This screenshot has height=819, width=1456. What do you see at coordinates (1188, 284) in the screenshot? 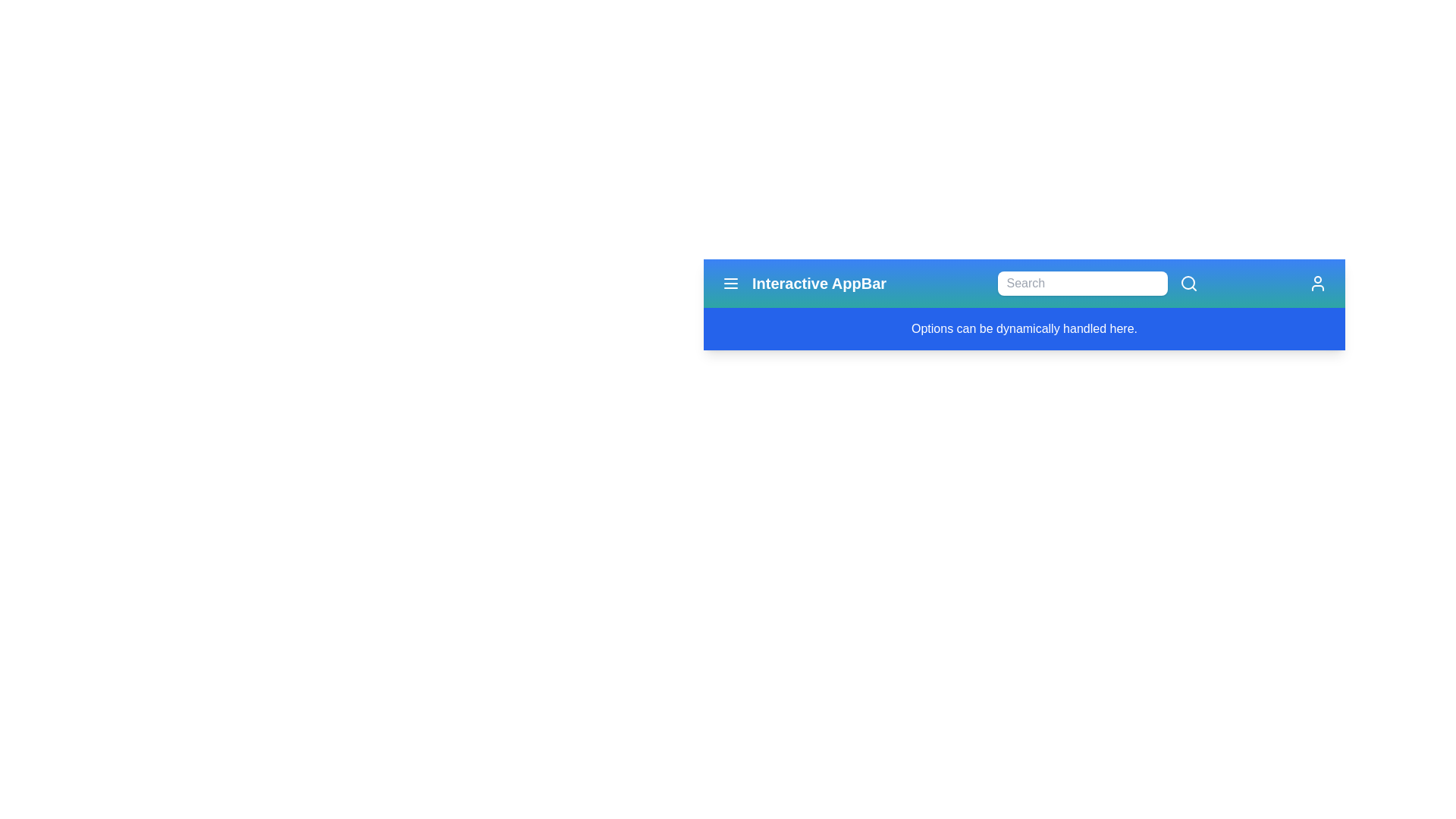
I see `the search icon to initiate a search` at bounding box center [1188, 284].